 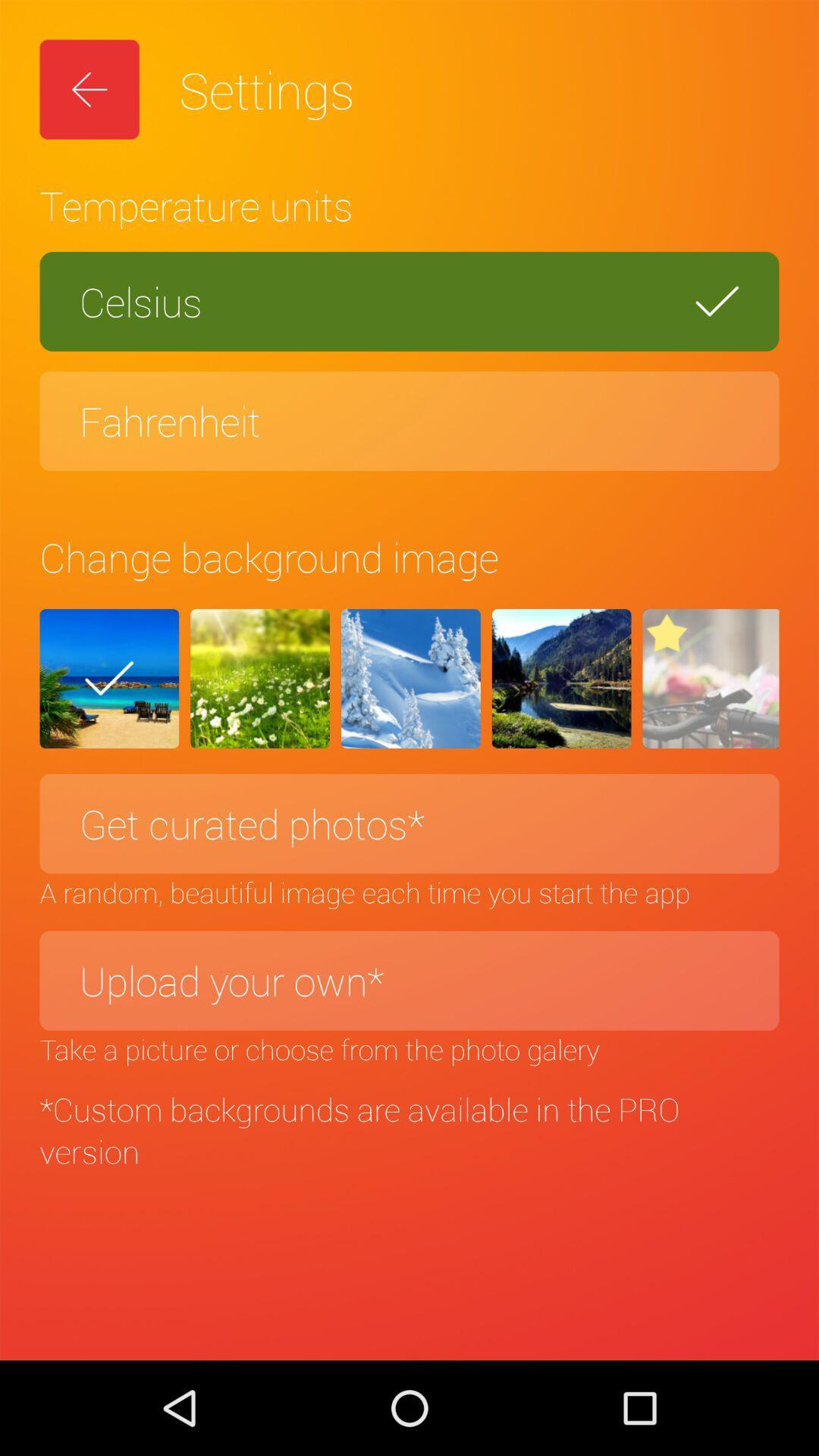 I want to click on icon above the get curated photos* item, so click(x=108, y=678).